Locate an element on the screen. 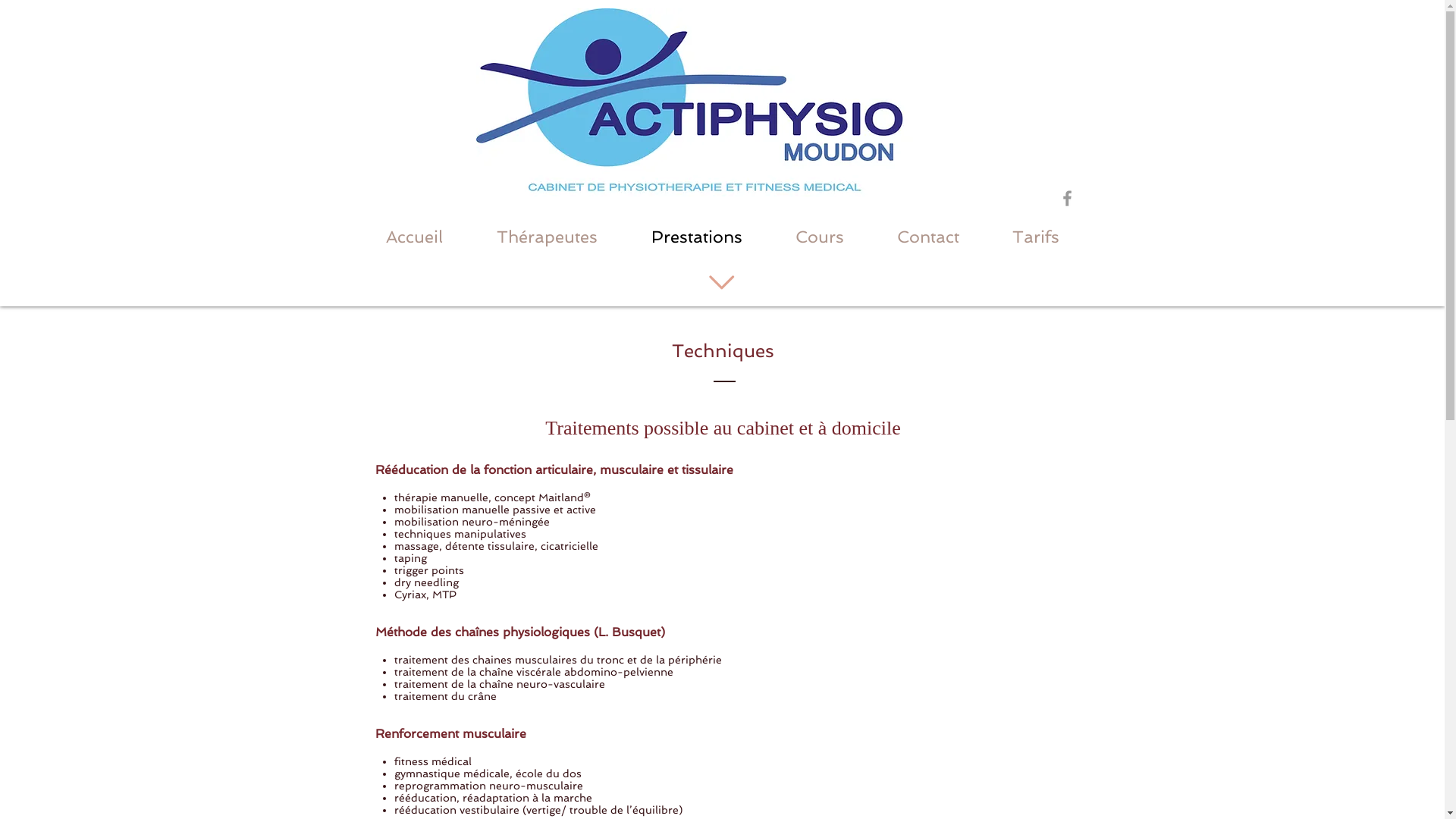 The image size is (1456, 819). 'Contact' is located at coordinates (927, 237).